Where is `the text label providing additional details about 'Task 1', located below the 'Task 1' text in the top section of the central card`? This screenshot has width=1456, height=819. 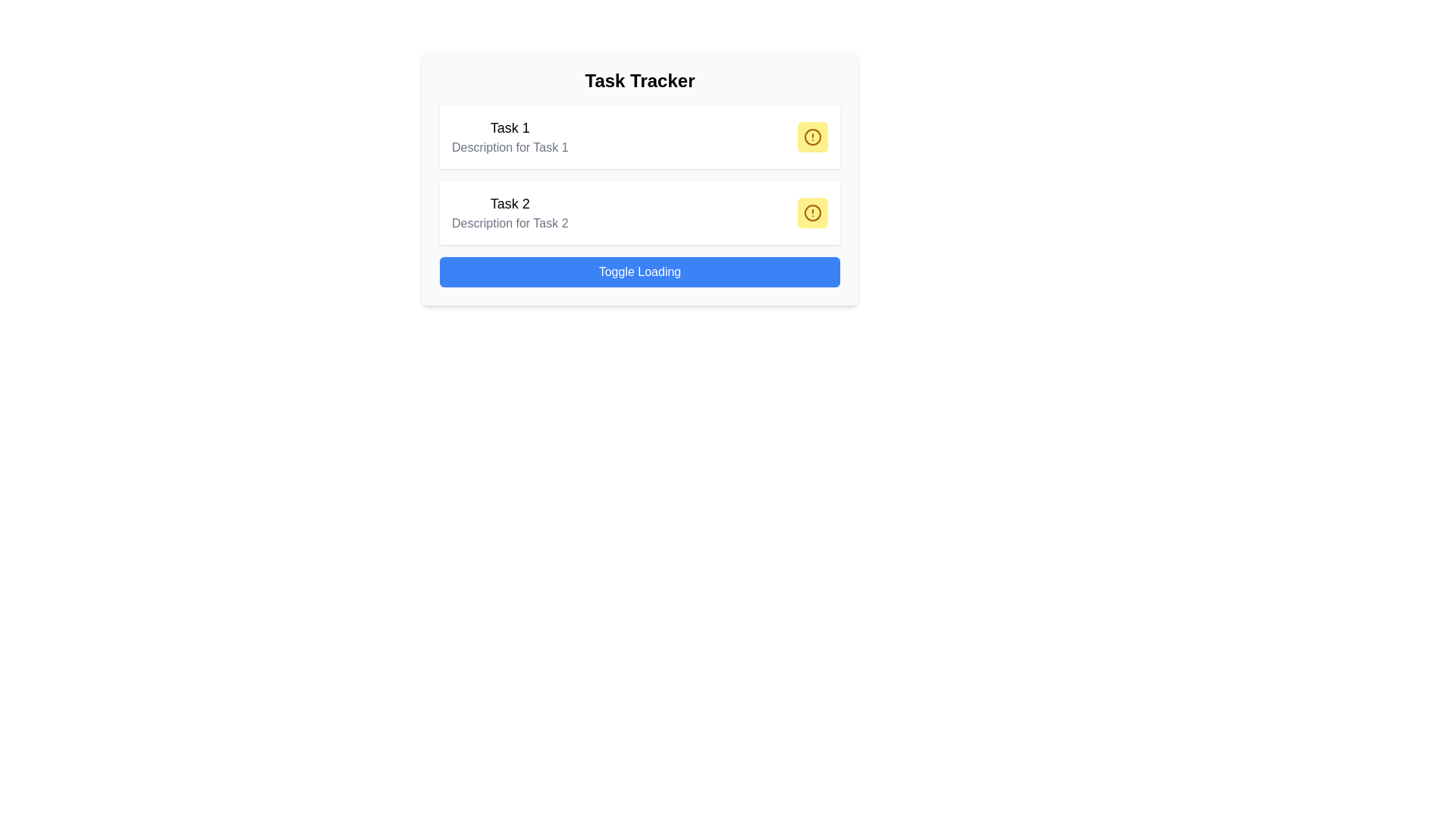 the text label providing additional details about 'Task 1', located below the 'Task 1' text in the top section of the central card is located at coordinates (510, 148).